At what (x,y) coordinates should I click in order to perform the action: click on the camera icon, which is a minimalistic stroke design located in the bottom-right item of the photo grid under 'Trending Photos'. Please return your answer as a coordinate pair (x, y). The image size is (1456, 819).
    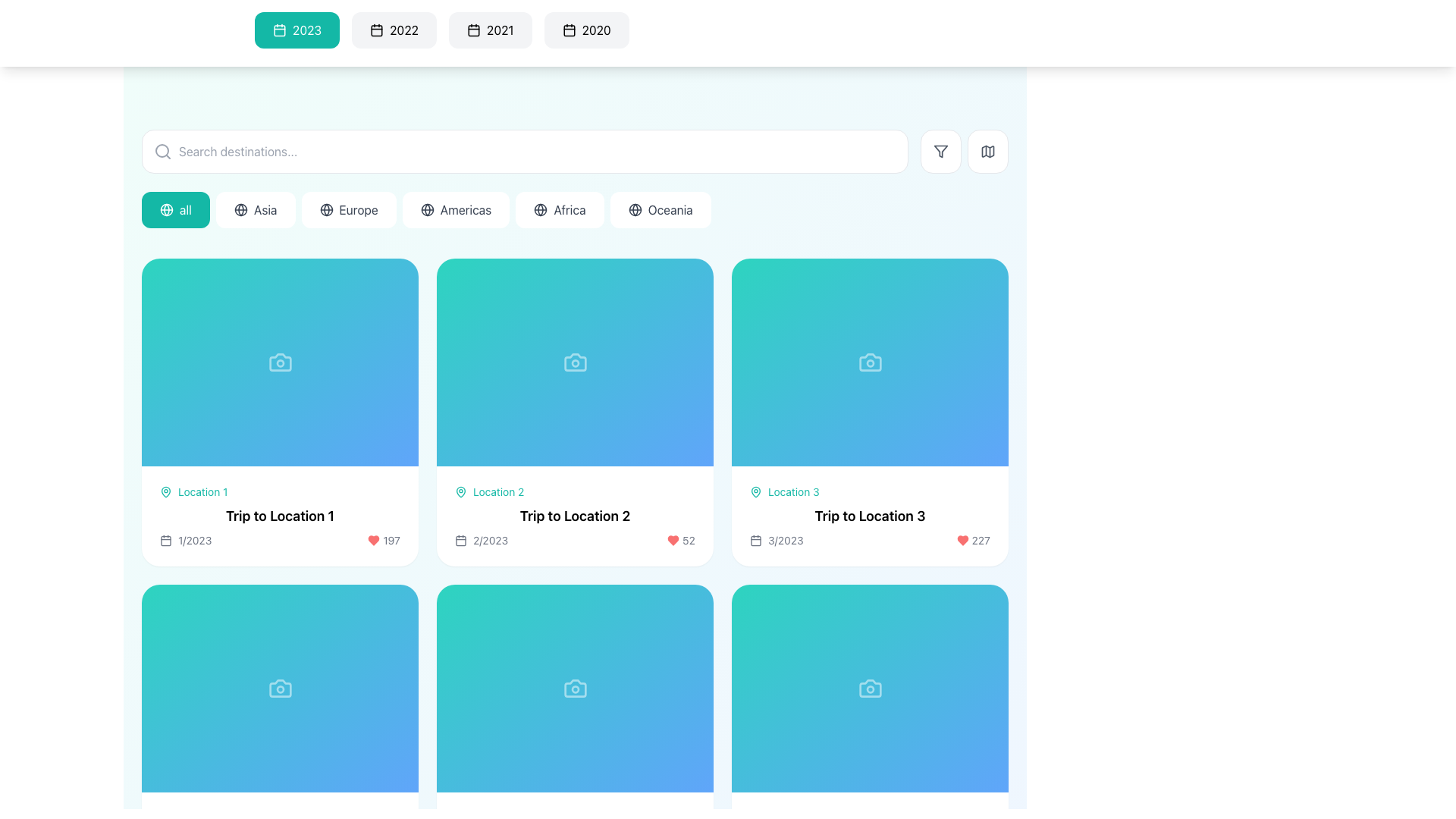
    Looking at the image, I should click on (280, 688).